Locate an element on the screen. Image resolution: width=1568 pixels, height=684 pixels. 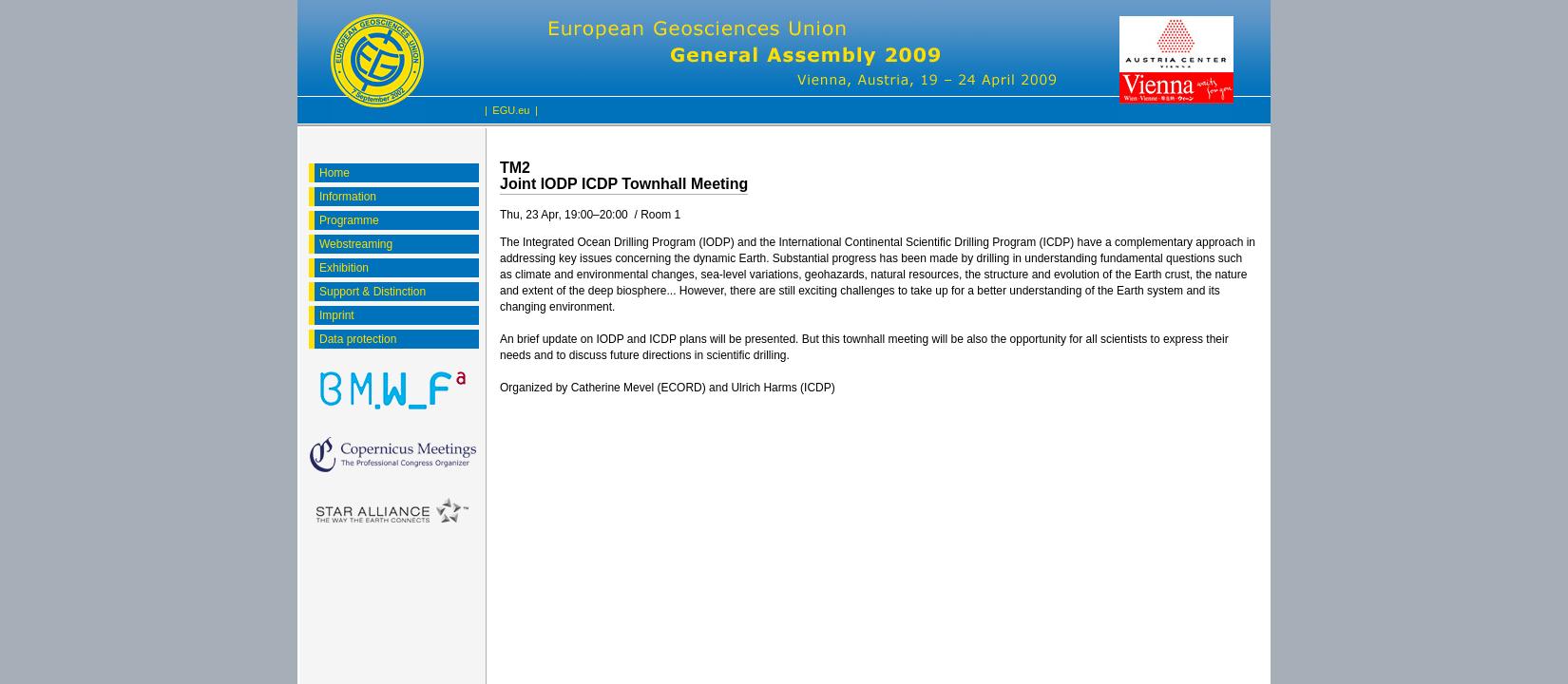
'The Integrated Ocean Drilling Program (IODP) and the International Continental Scientific Drilling Program (ICDP) have a complementary approach in addressing key issues concerning the dynamic Earth. Substantial progress has been made by drilling in understanding  fundamental questions  such as climate and environmental changes, sea-level variations, geohazards, natural  resources, the structure and evolution of the Earth crust, the nature and extent of the deep biosphere... However, there are still exciting challenges to take up for a better understanding of  the Earth system and its changing environment.' is located at coordinates (877, 274).